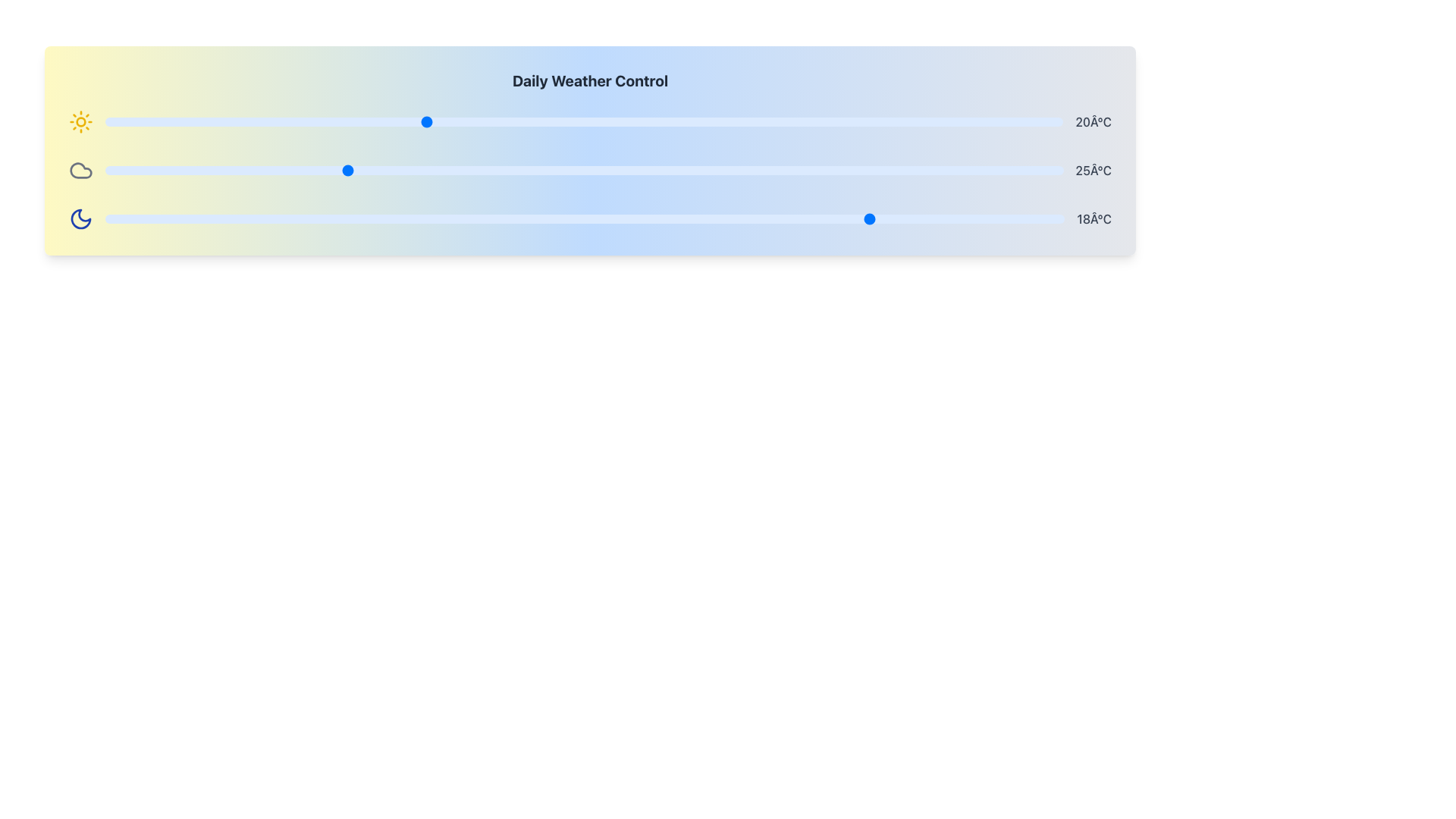 This screenshot has width=1456, height=819. I want to click on the morning temperature, so click(488, 121).